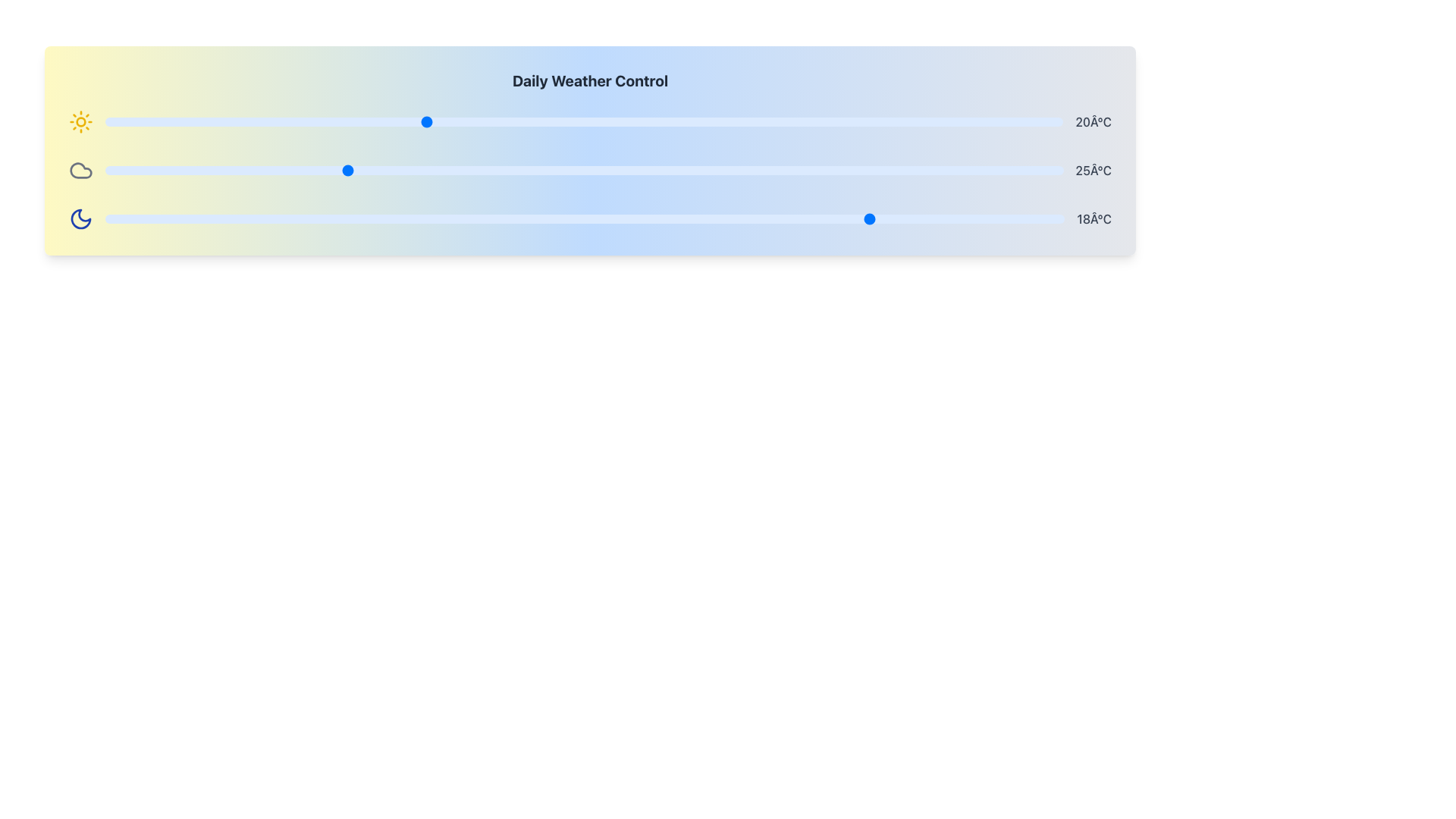 This screenshot has width=1456, height=819. I want to click on the morning temperature, so click(488, 121).